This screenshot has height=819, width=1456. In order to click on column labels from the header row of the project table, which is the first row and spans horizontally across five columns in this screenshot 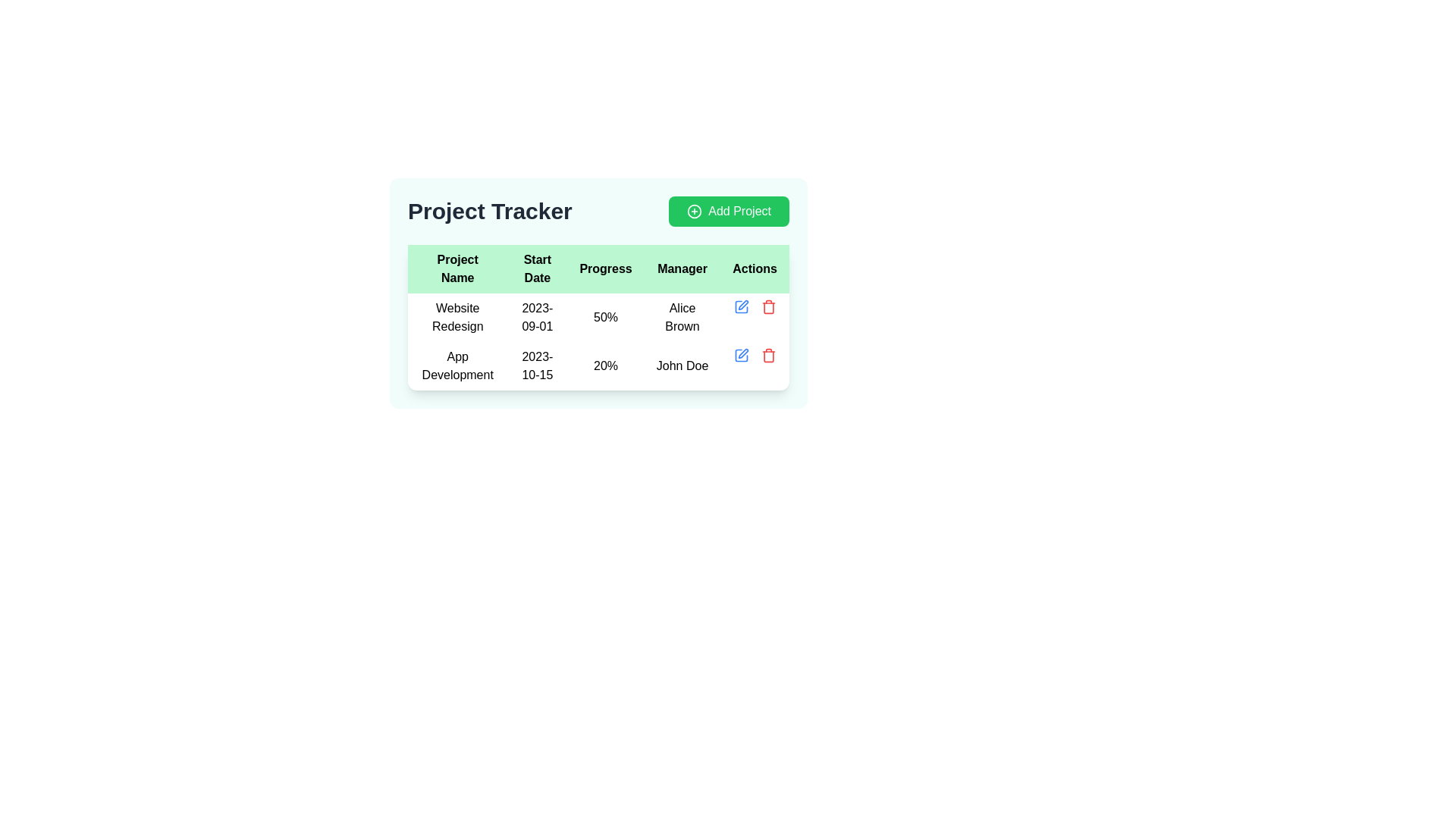, I will do `click(598, 268)`.